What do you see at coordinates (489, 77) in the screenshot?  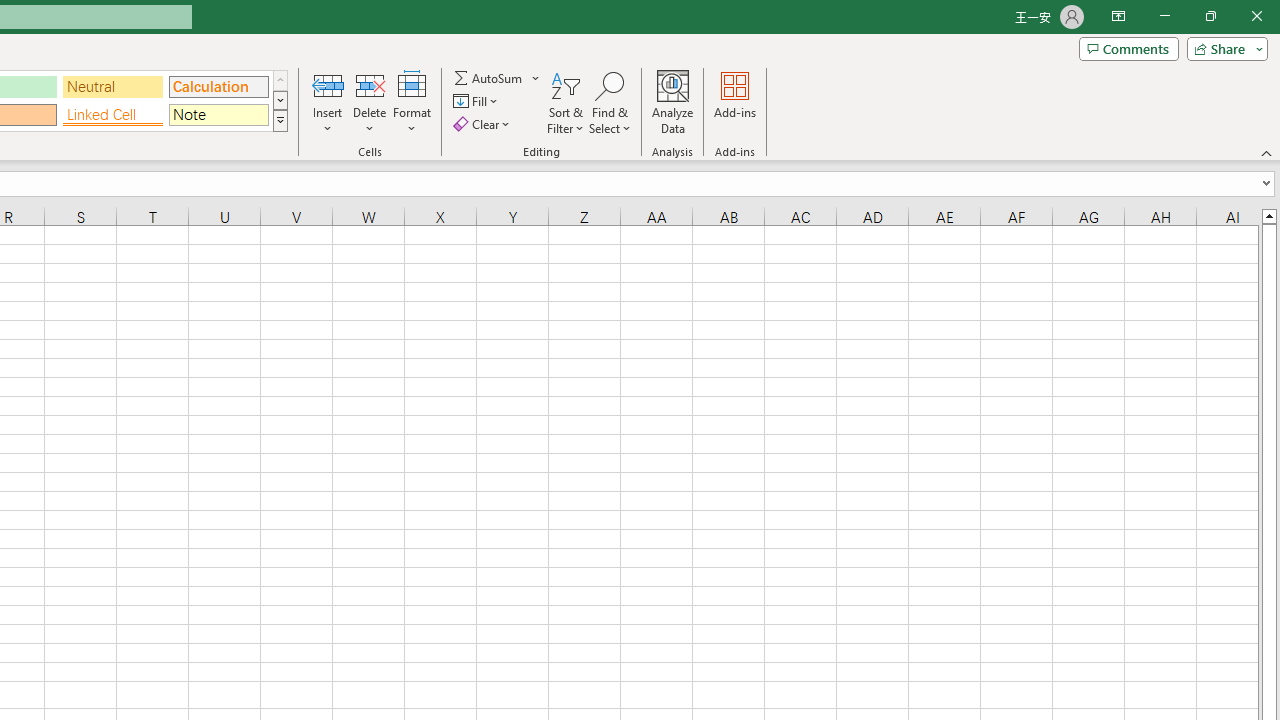 I see `'Sum'` at bounding box center [489, 77].